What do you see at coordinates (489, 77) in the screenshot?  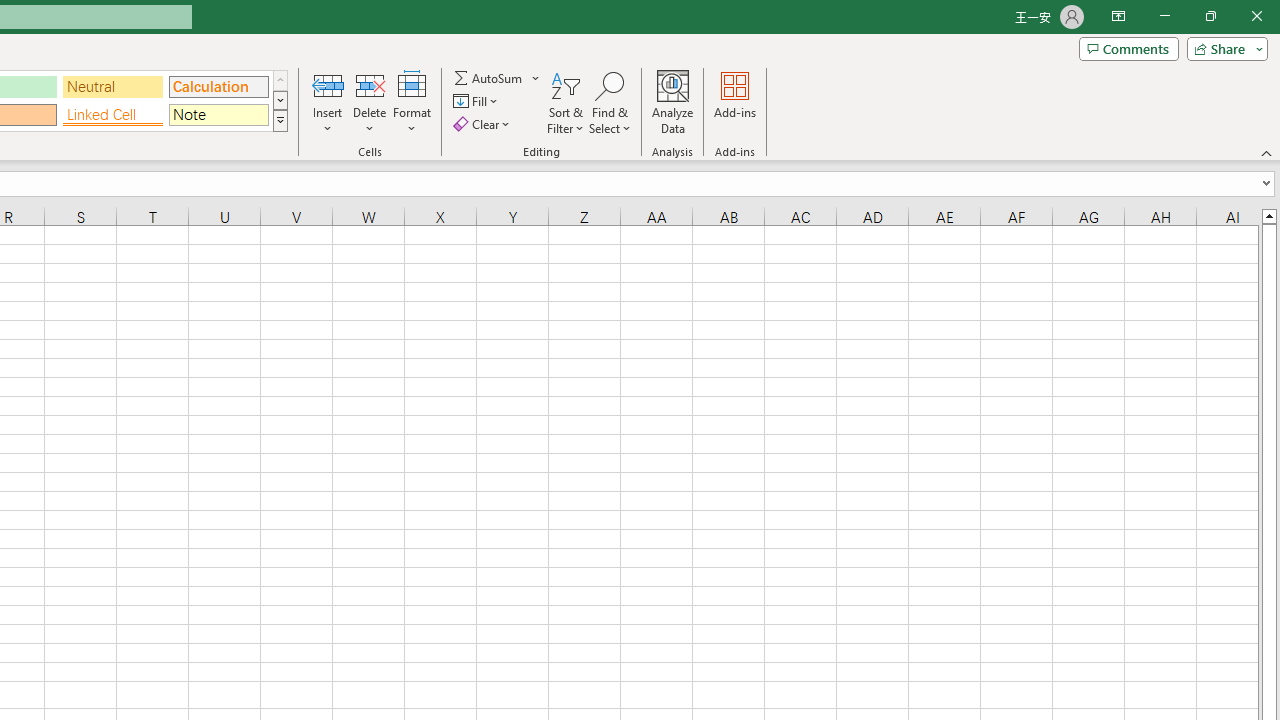 I see `'Sum'` at bounding box center [489, 77].